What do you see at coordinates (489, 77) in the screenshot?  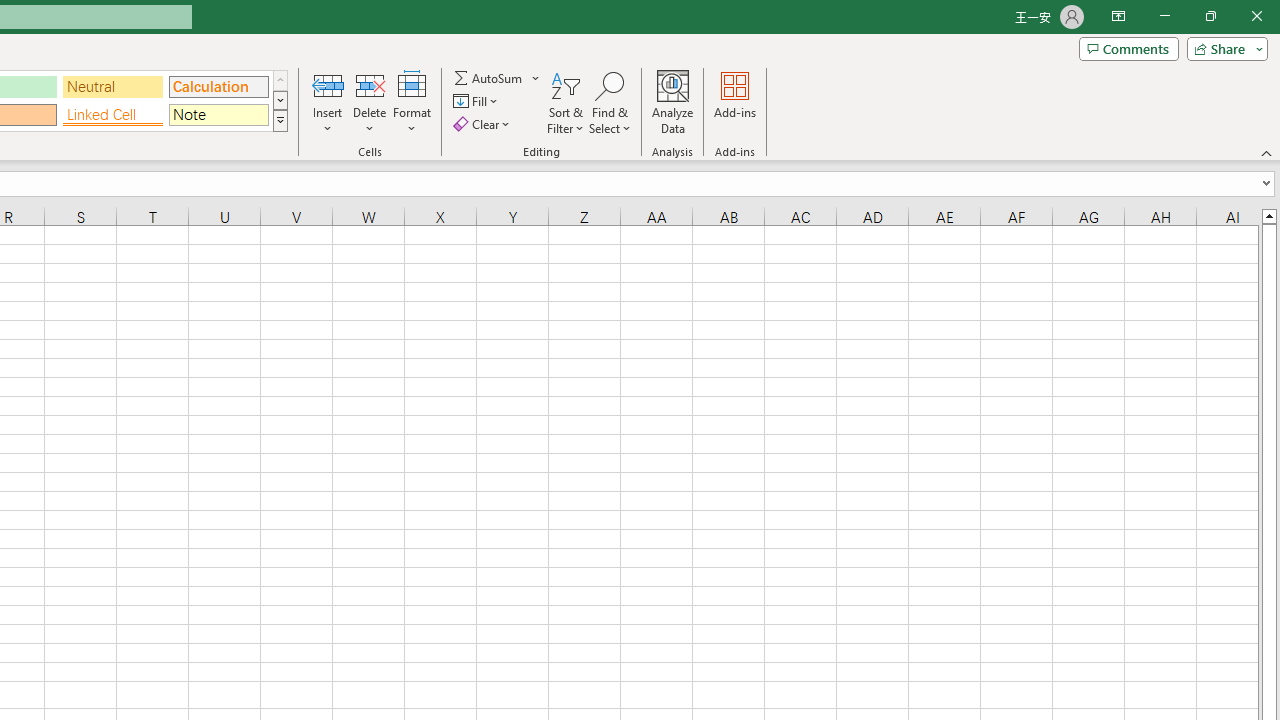 I see `'Sum'` at bounding box center [489, 77].